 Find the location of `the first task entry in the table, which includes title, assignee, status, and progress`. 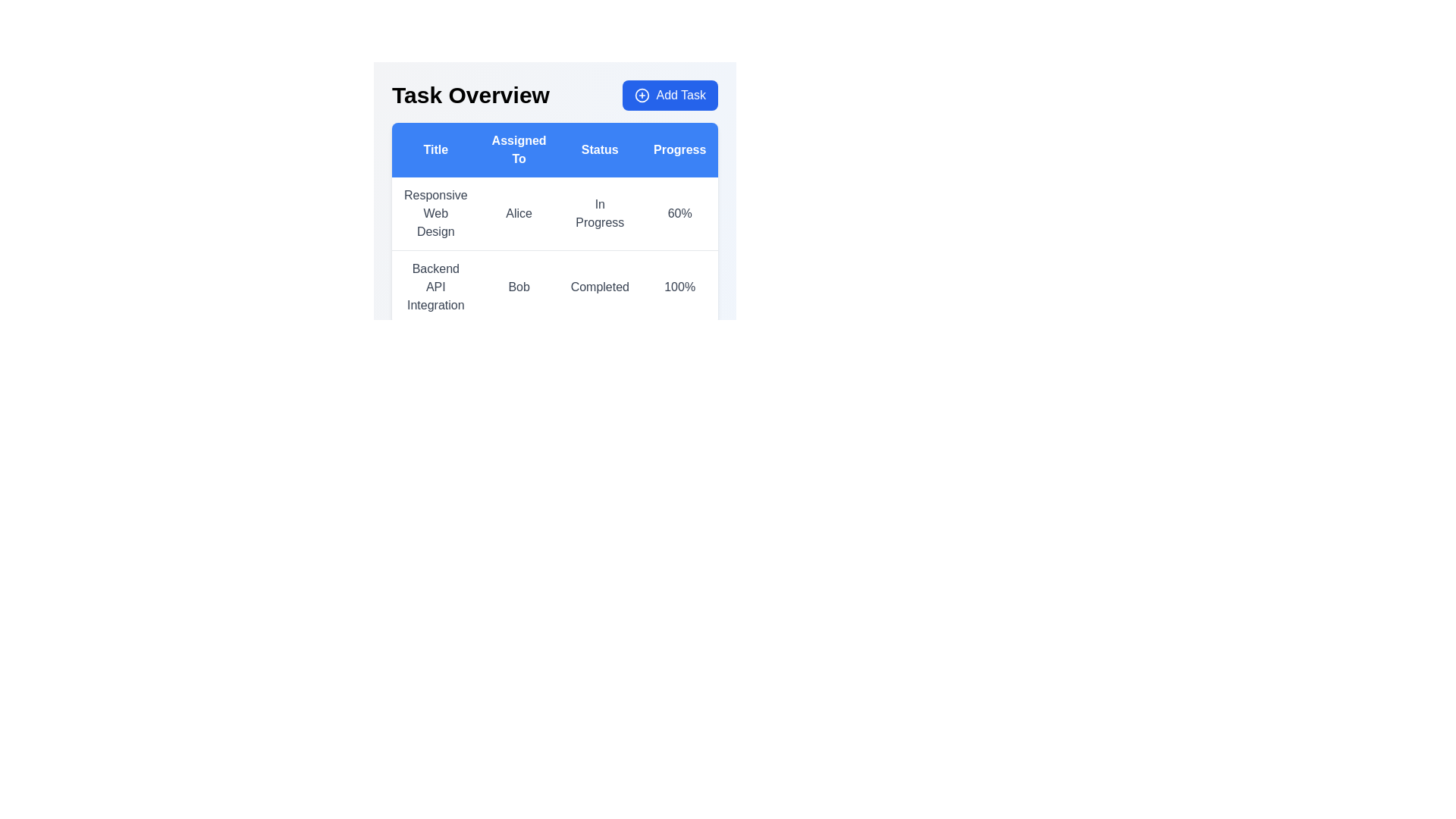

the first task entry in the table, which includes title, assignee, status, and progress is located at coordinates (600, 214).